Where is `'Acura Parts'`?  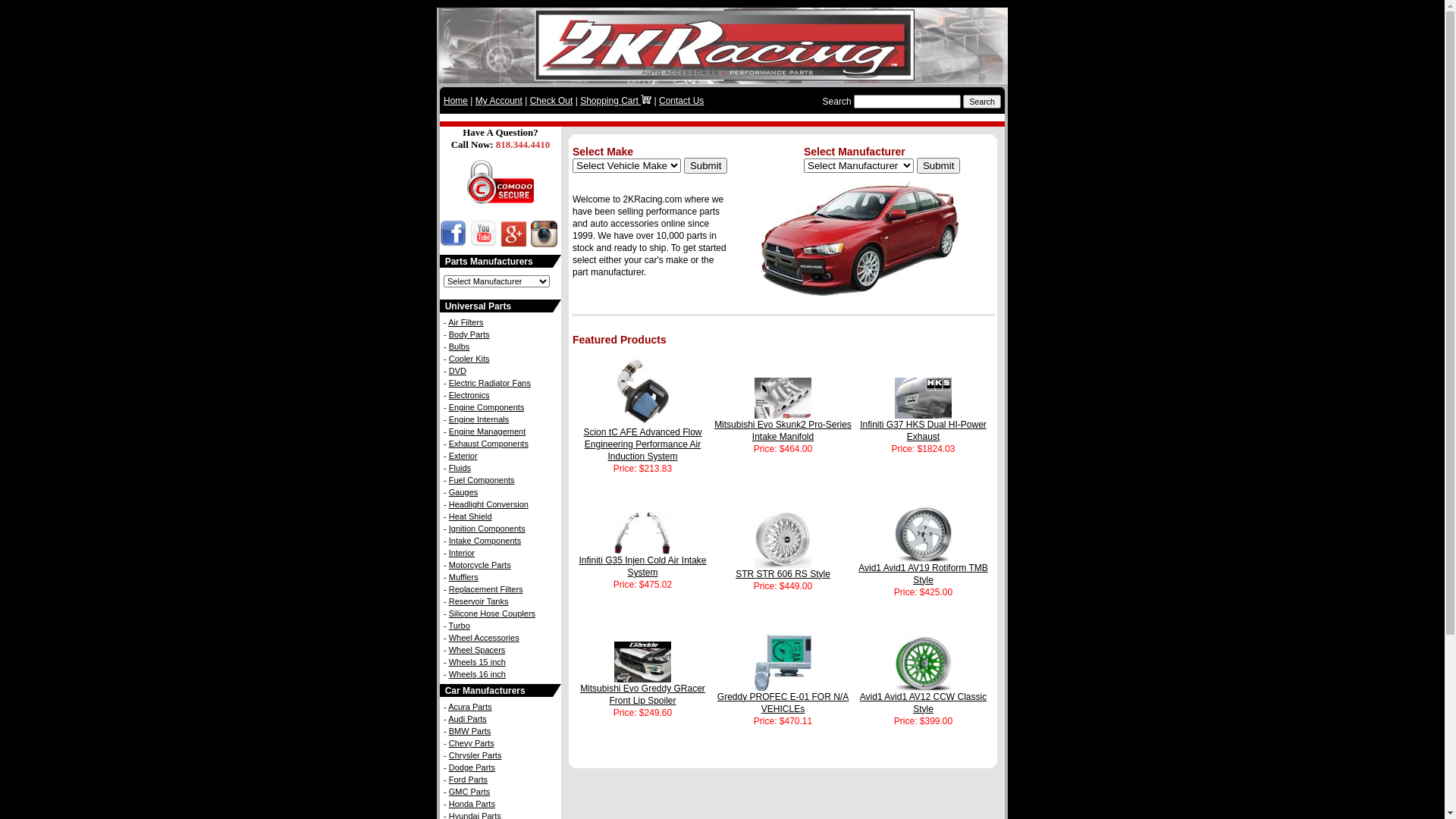 'Acura Parts' is located at coordinates (447, 707).